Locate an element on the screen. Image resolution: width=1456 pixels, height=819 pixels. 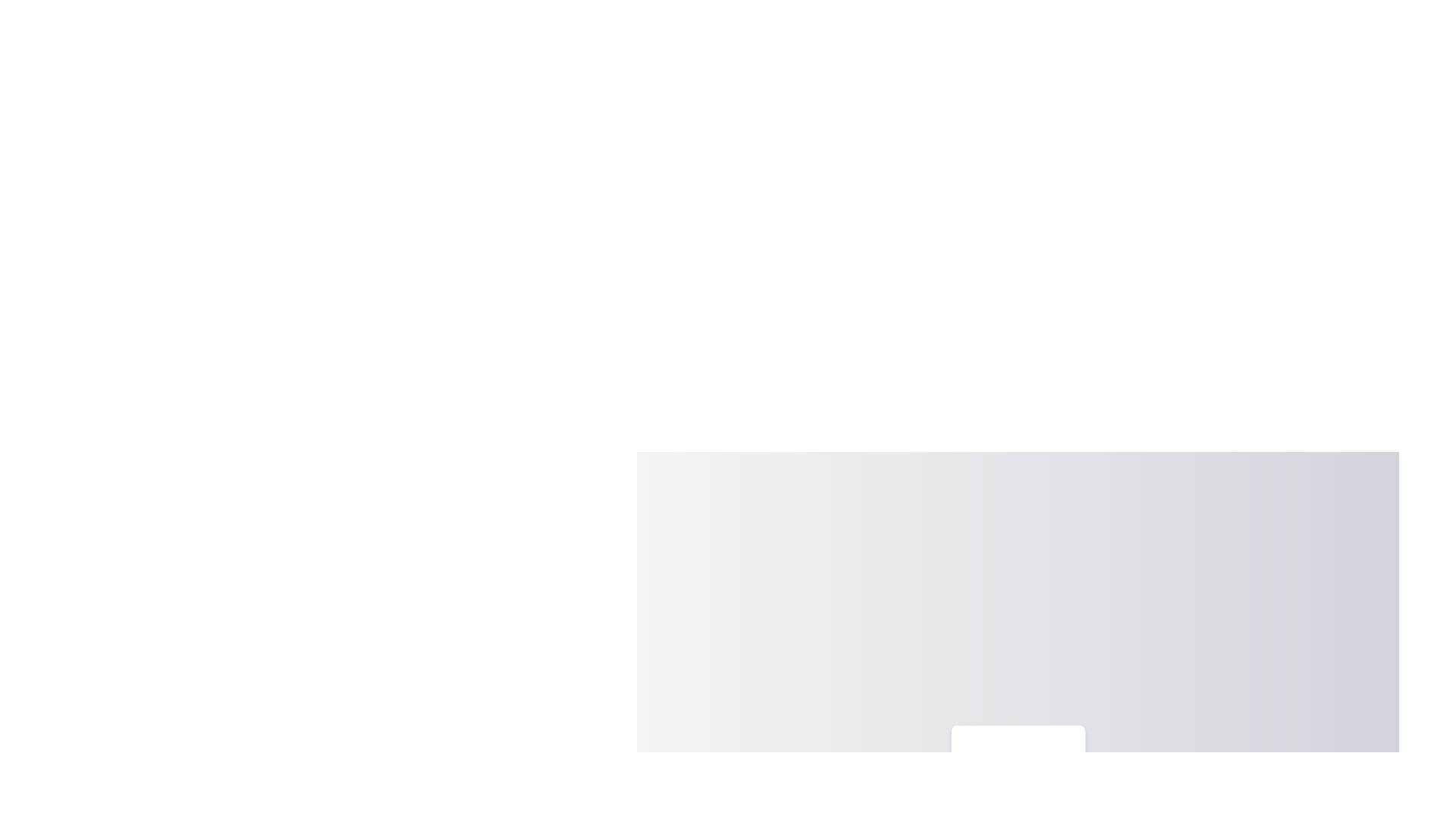
the menu item Search from the menu is located at coordinates (1018, 759).